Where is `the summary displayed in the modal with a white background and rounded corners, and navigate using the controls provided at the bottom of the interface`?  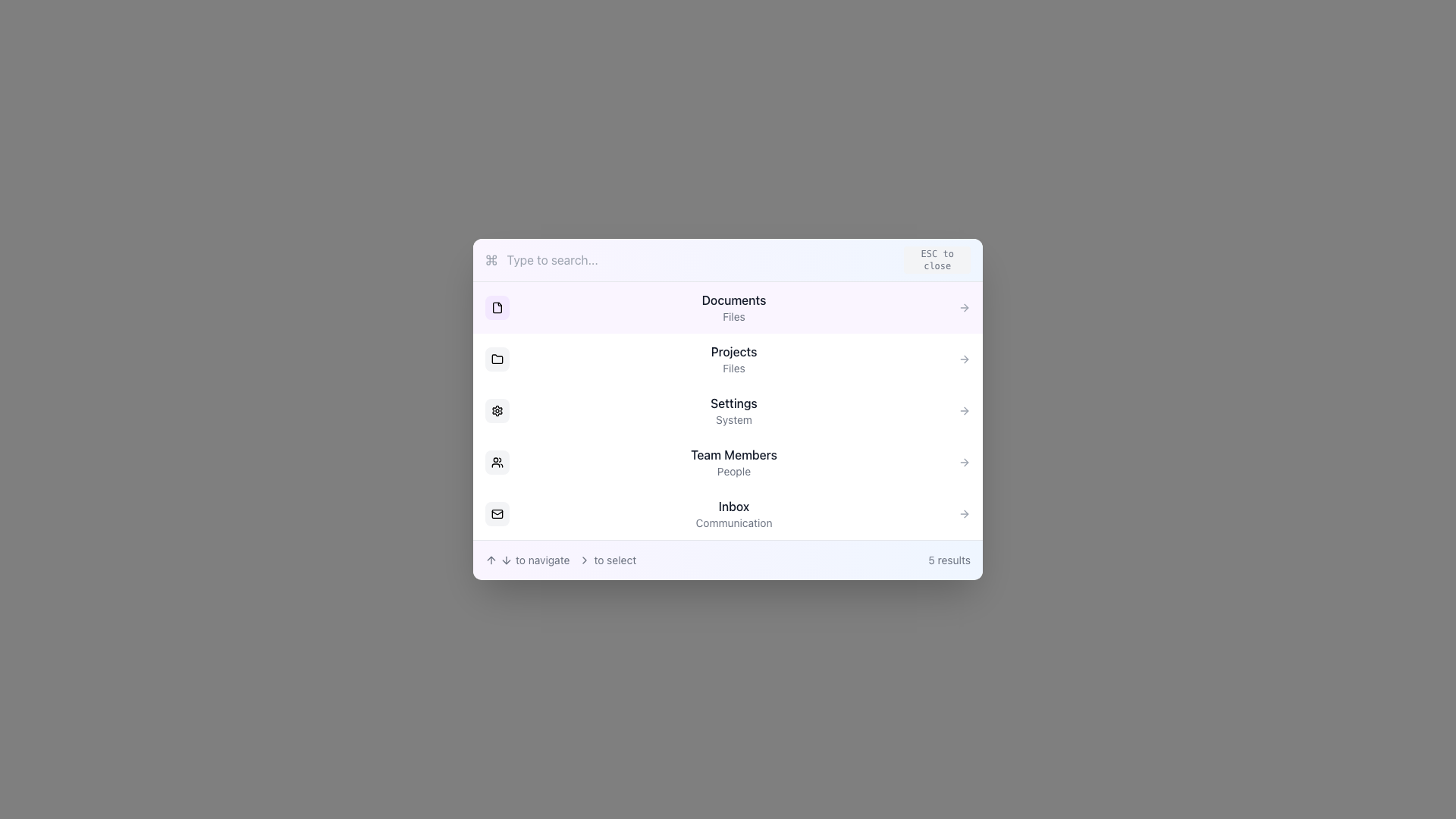
the summary displayed in the modal with a white background and rounded corners, and navigate using the controls provided at the bottom of the interface is located at coordinates (728, 409).